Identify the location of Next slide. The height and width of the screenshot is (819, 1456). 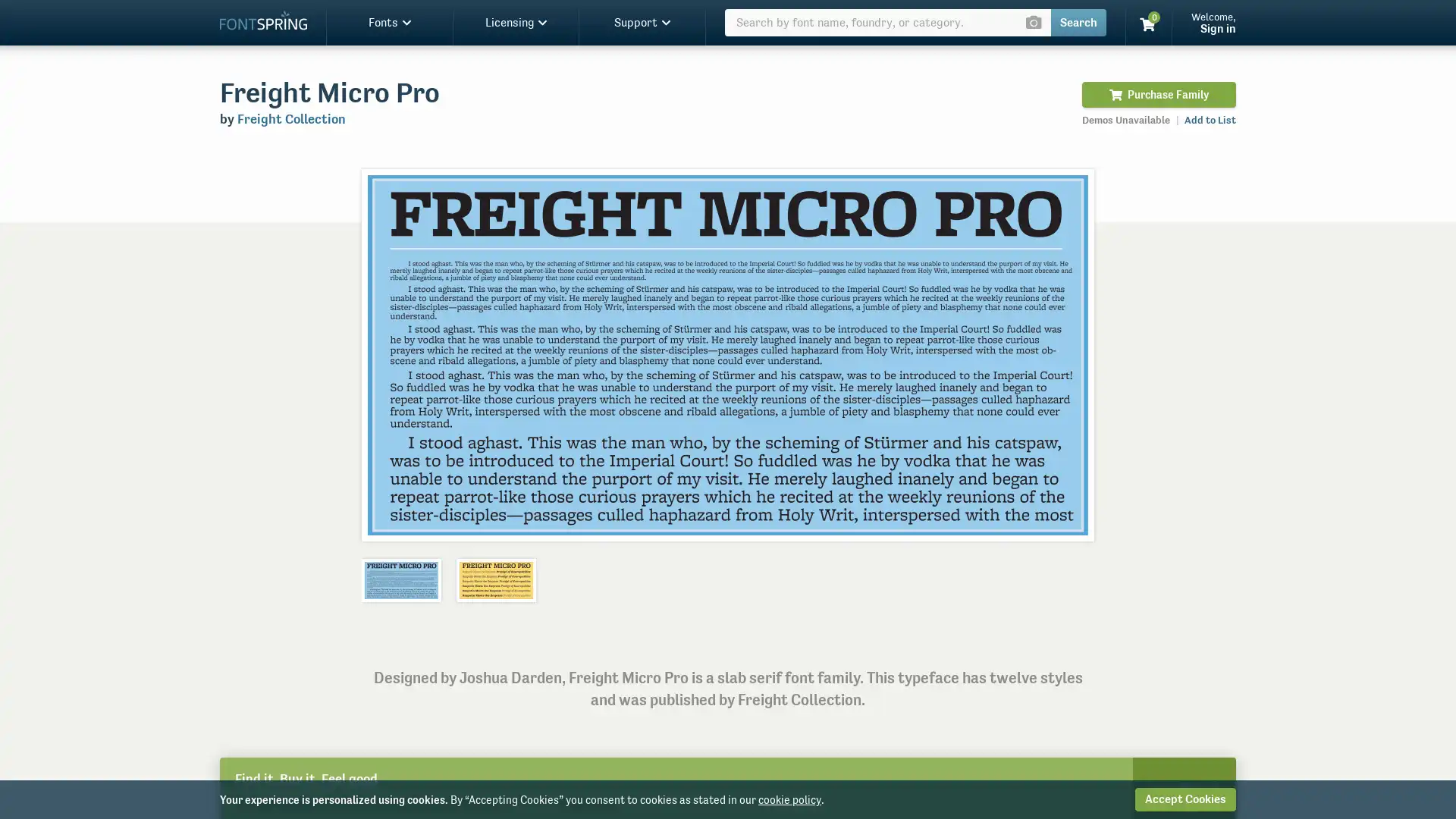
(1065, 354).